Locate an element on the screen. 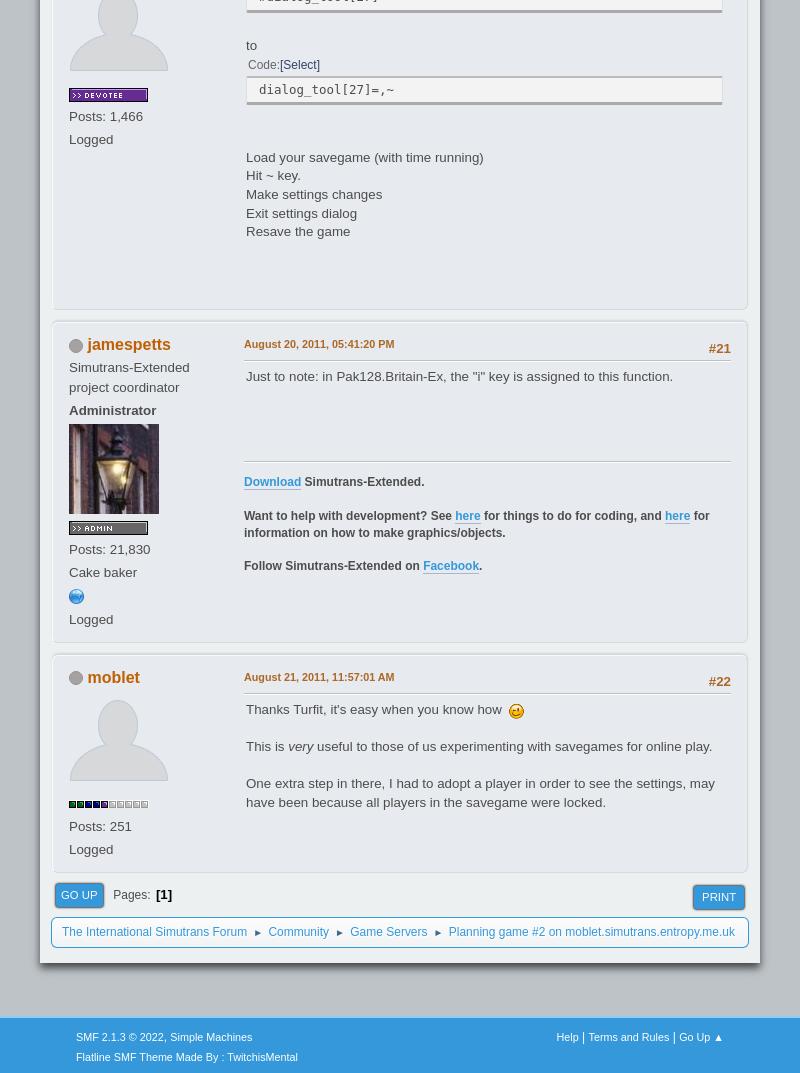  'moblet' is located at coordinates (111, 676).